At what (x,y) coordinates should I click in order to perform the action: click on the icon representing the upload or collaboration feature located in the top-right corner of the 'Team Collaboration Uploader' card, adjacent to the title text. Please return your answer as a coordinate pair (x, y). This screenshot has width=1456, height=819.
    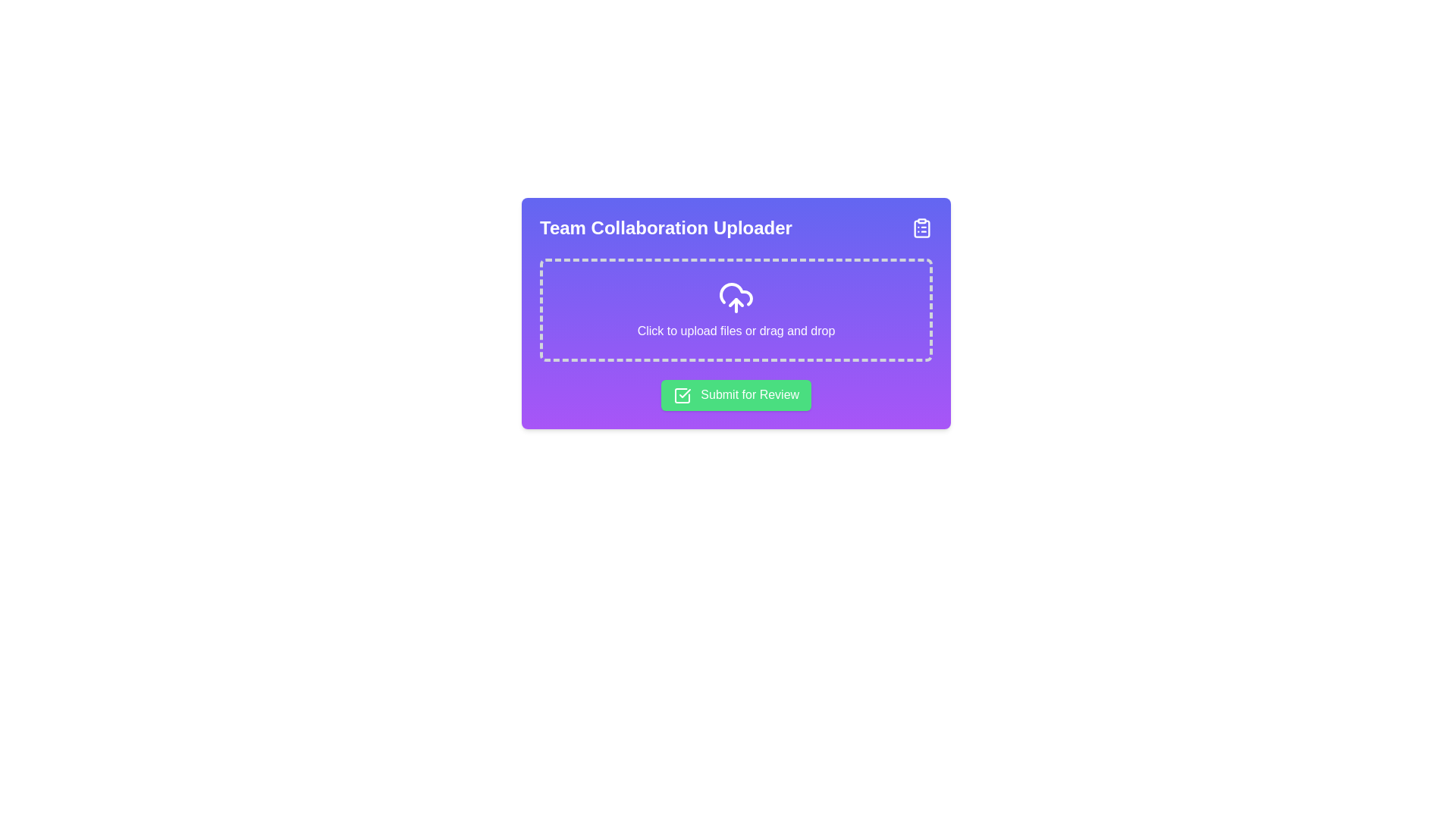
    Looking at the image, I should click on (921, 227).